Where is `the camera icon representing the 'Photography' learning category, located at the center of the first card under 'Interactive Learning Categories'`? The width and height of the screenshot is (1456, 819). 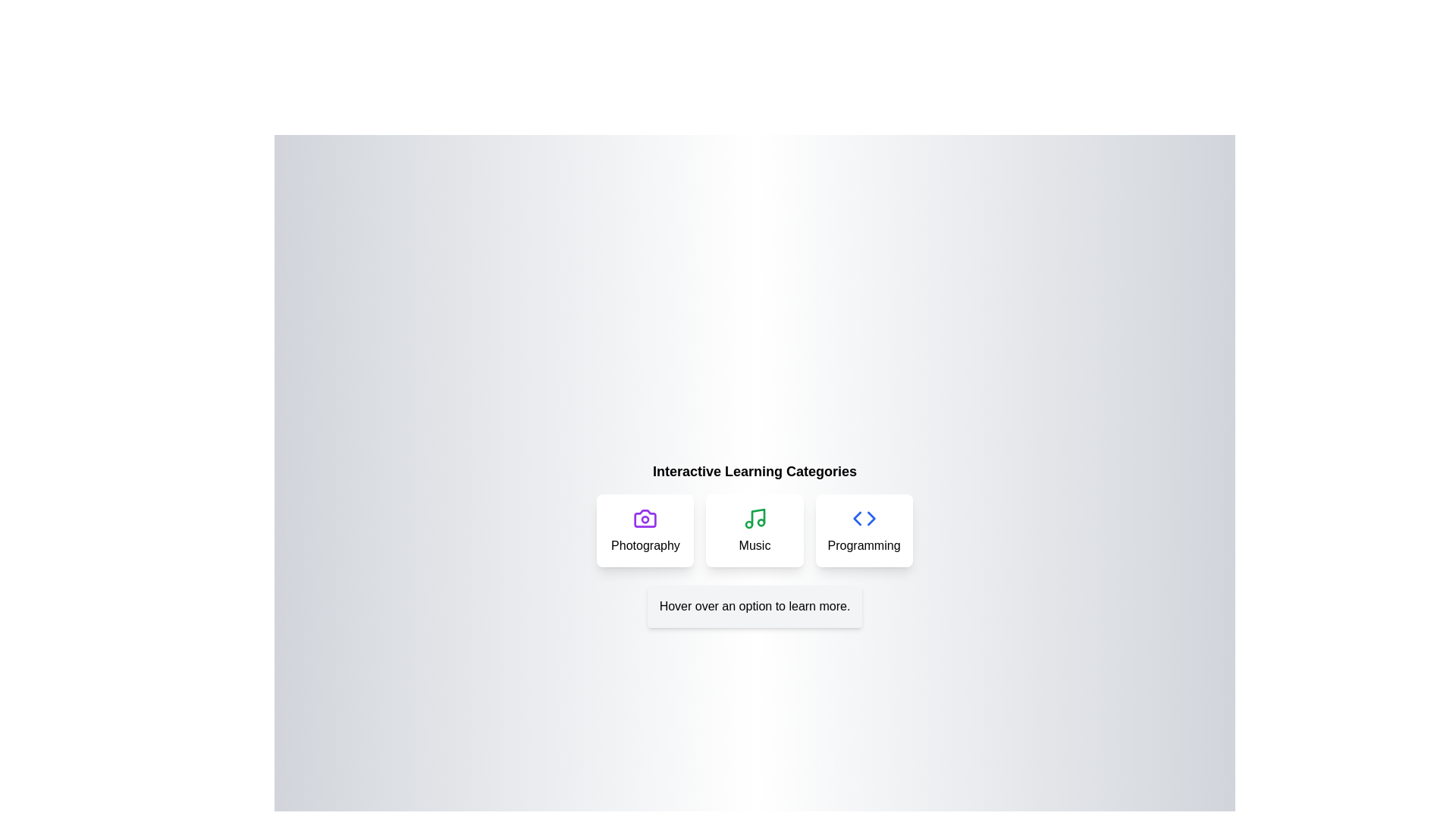 the camera icon representing the 'Photography' learning category, located at the center of the first card under 'Interactive Learning Categories' is located at coordinates (645, 517).